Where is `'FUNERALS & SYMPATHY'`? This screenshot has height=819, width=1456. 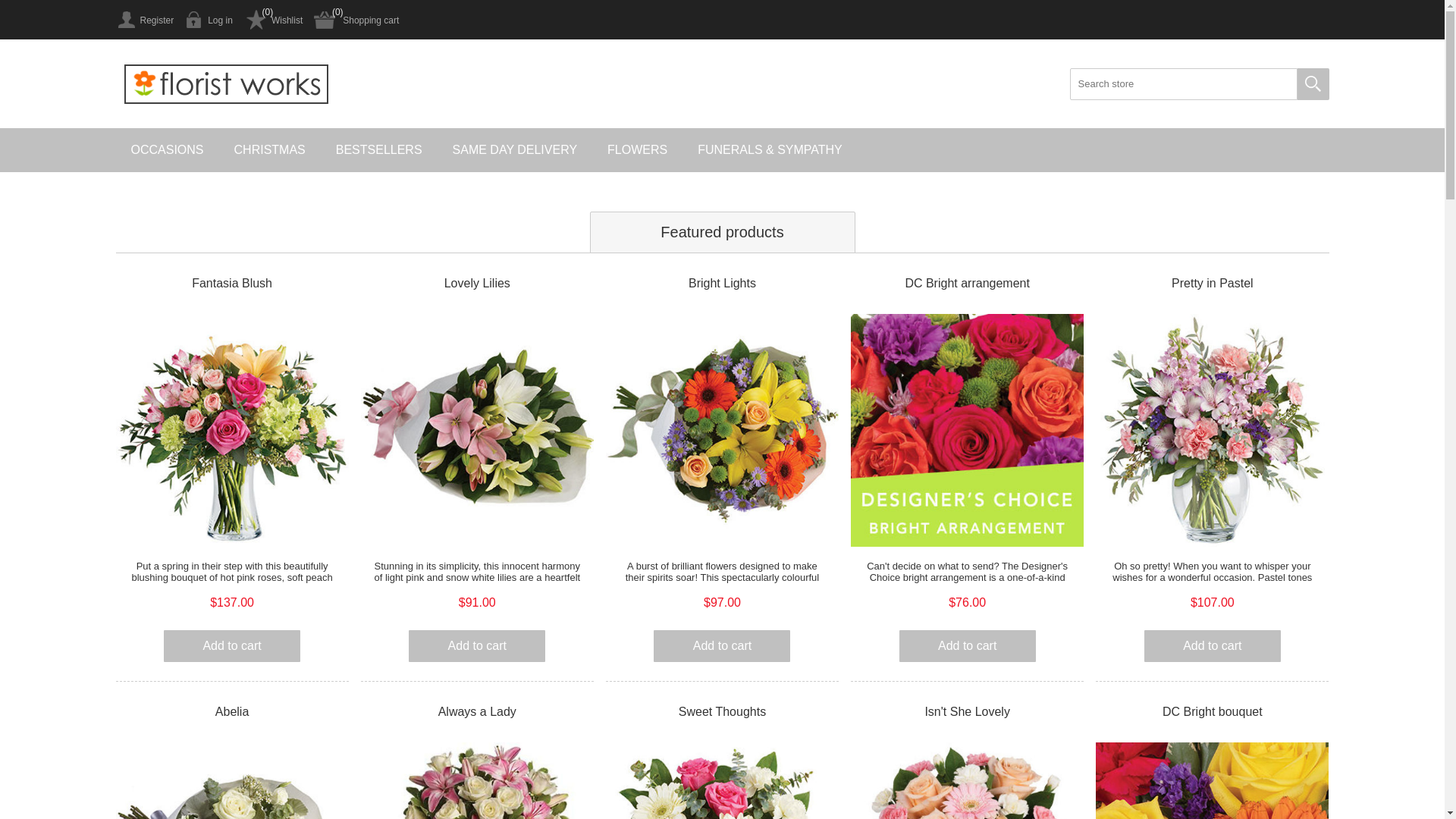 'FUNERALS & SYMPATHY' is located at coordinates (770, 149).